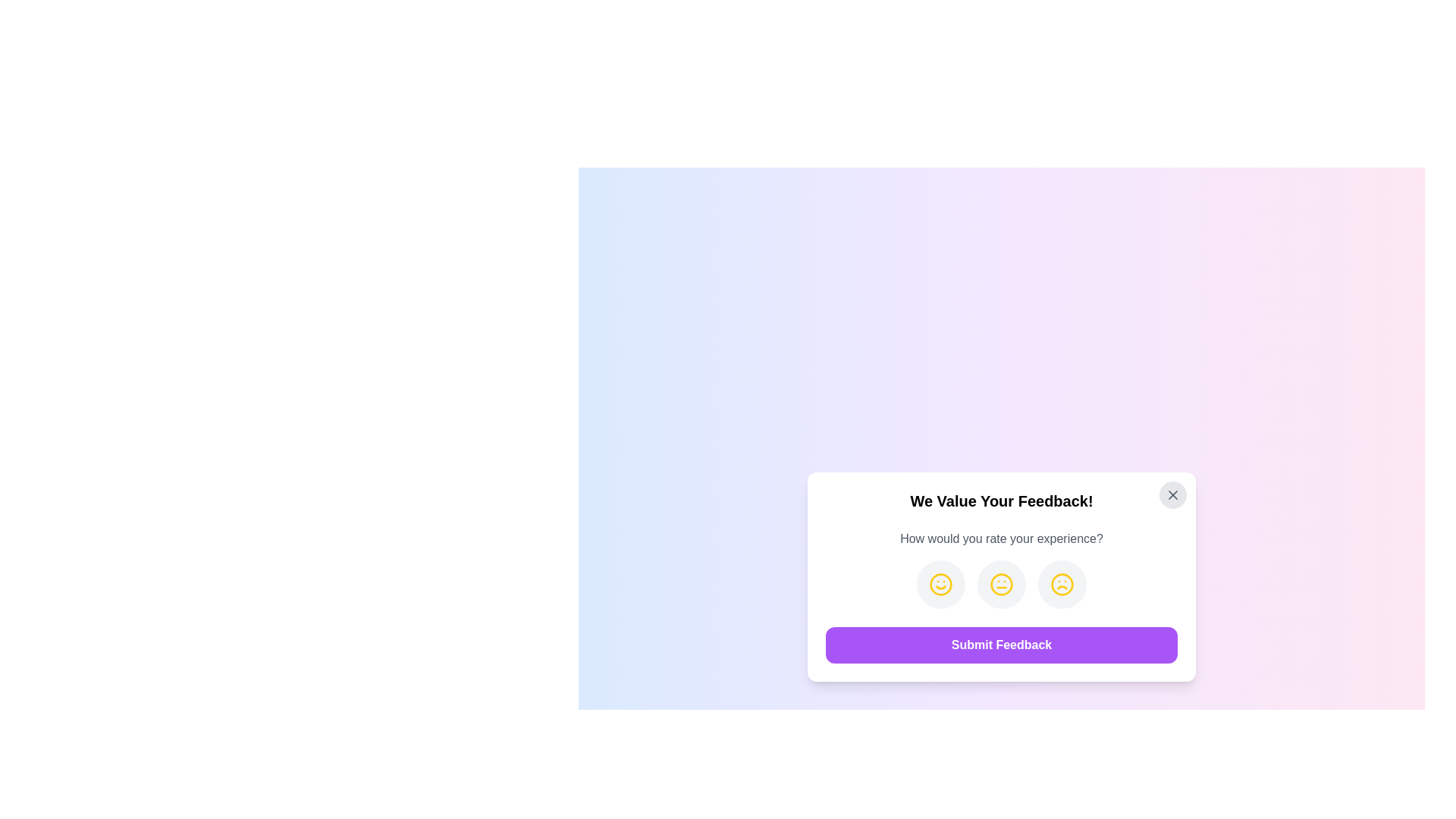 The height and width of the screenshot is (819, 1456). Describe the element at coordinates (1001, 584) in the screenshot. I see `the yellow neutral feedback emoticon icon by moving the mouse to its center for accessibility interactions` at that location.